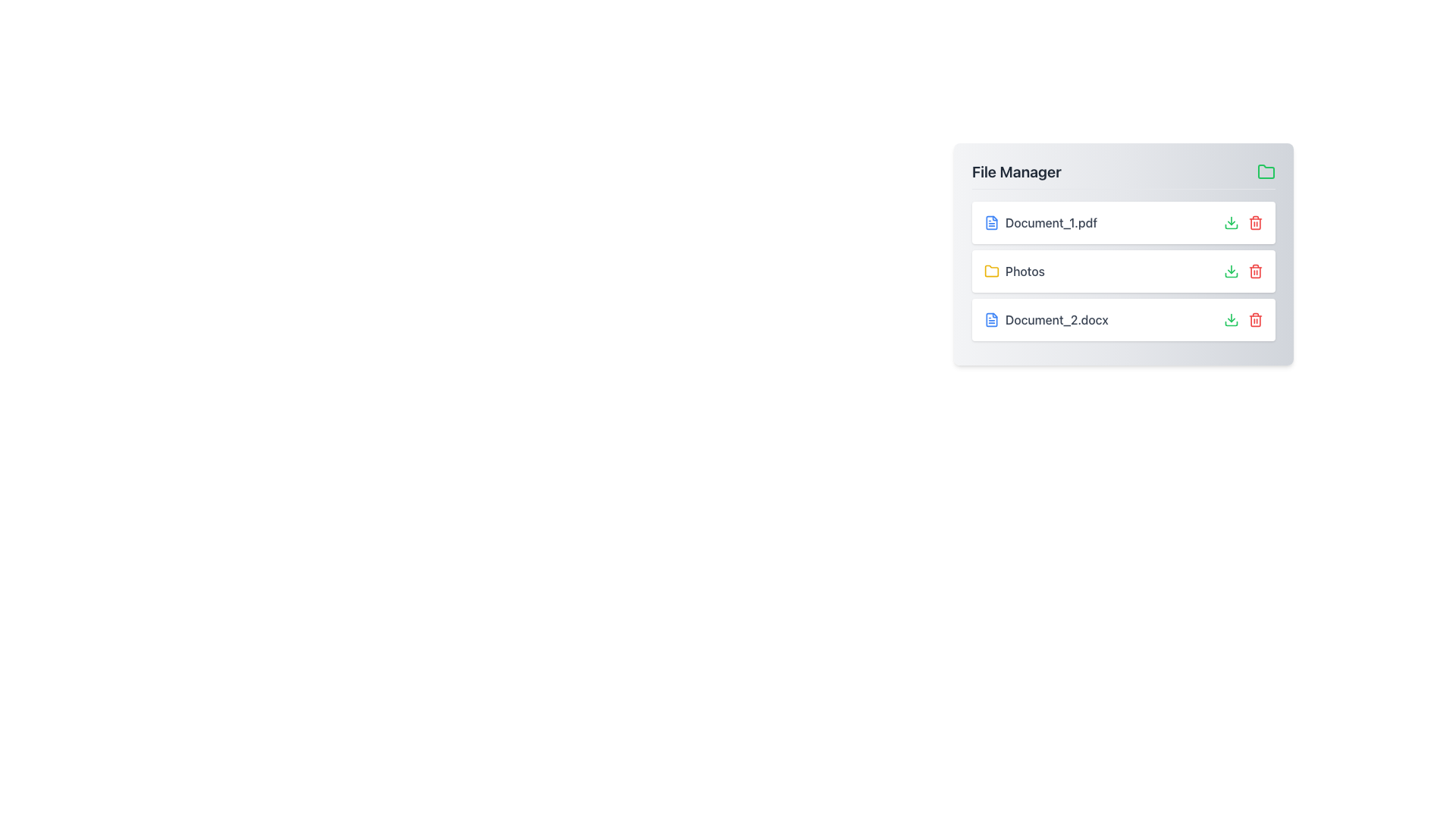 This screenshot has width=1456, height=819. I want to click on the red trash can icon, so click(1244, 318).